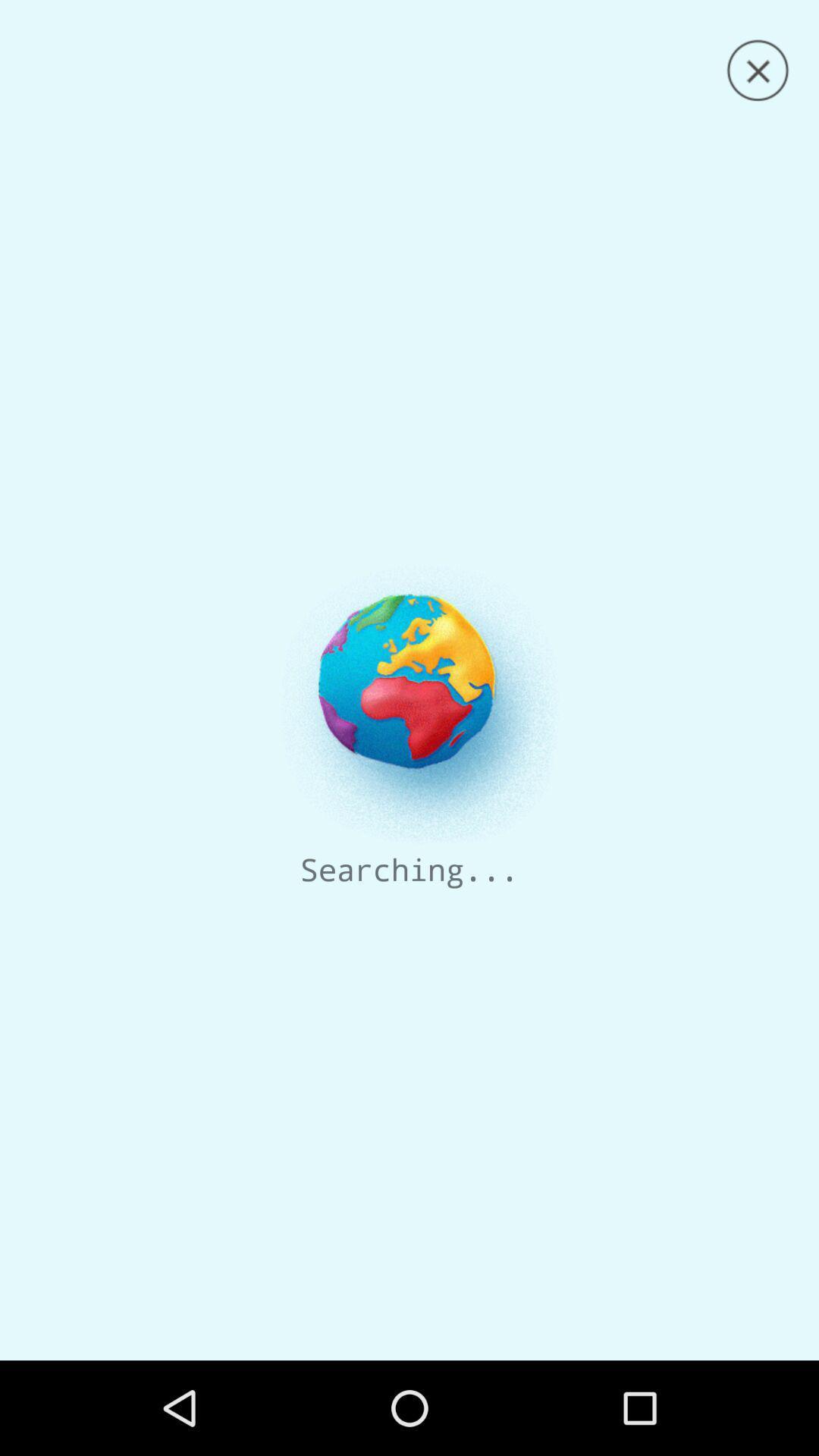 Image resolution: width=819 pixels, height=1456 pixels. Describe the element at coordinates (758, 70) in the screenshot. I see `the close icon` at that location.